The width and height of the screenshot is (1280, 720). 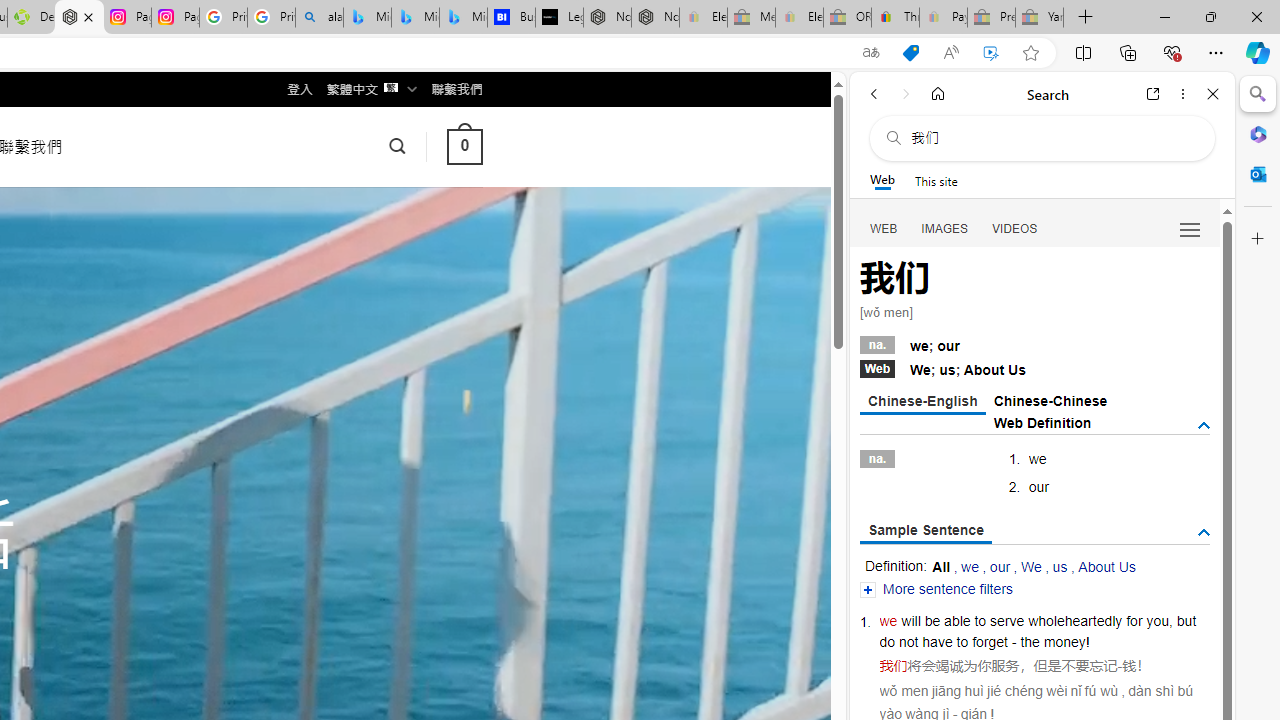 What do you see at coordinates (1063, 642) in the screenshot?
I see `'money'` at bounding box center [1063, 642].